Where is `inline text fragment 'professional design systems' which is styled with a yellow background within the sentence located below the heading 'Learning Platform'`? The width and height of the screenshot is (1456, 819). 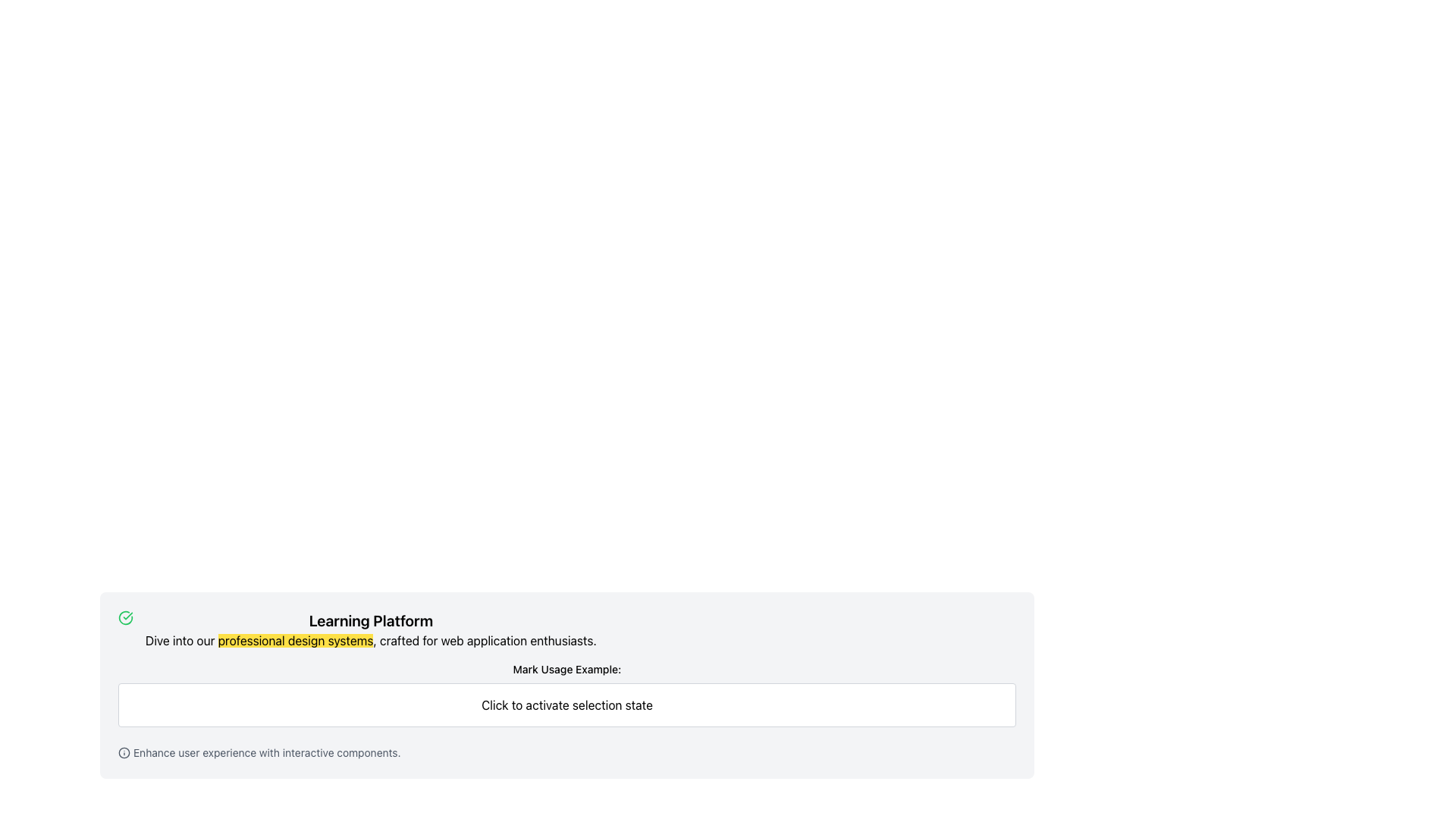 inline text fragment 'professional design systems' which is styled with a yellow background within the sentence located below the heading 'Learning Platform' is located at coordinates (295, 640).